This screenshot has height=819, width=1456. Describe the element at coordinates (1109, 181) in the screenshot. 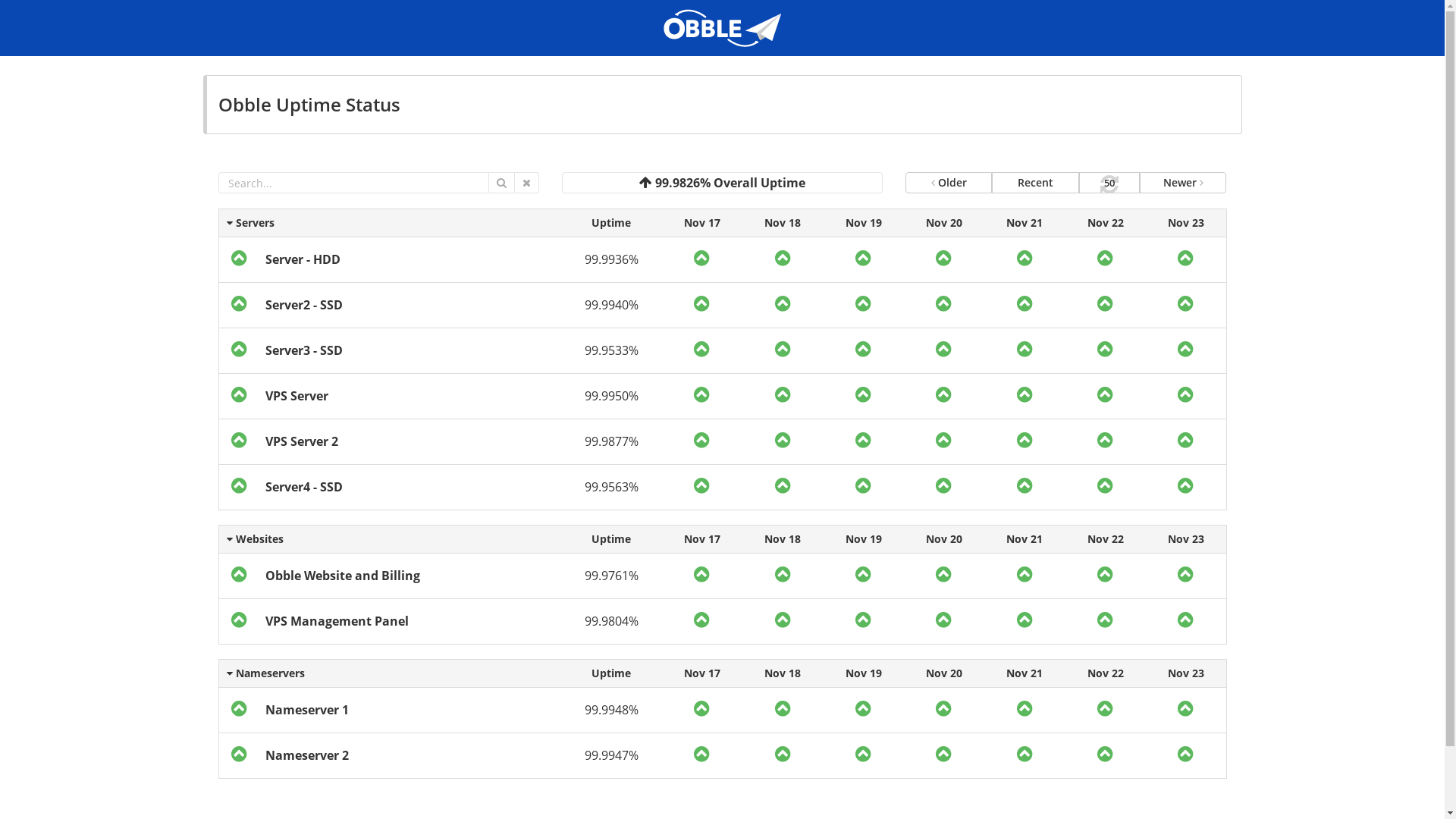

I see `'52'` at that location.